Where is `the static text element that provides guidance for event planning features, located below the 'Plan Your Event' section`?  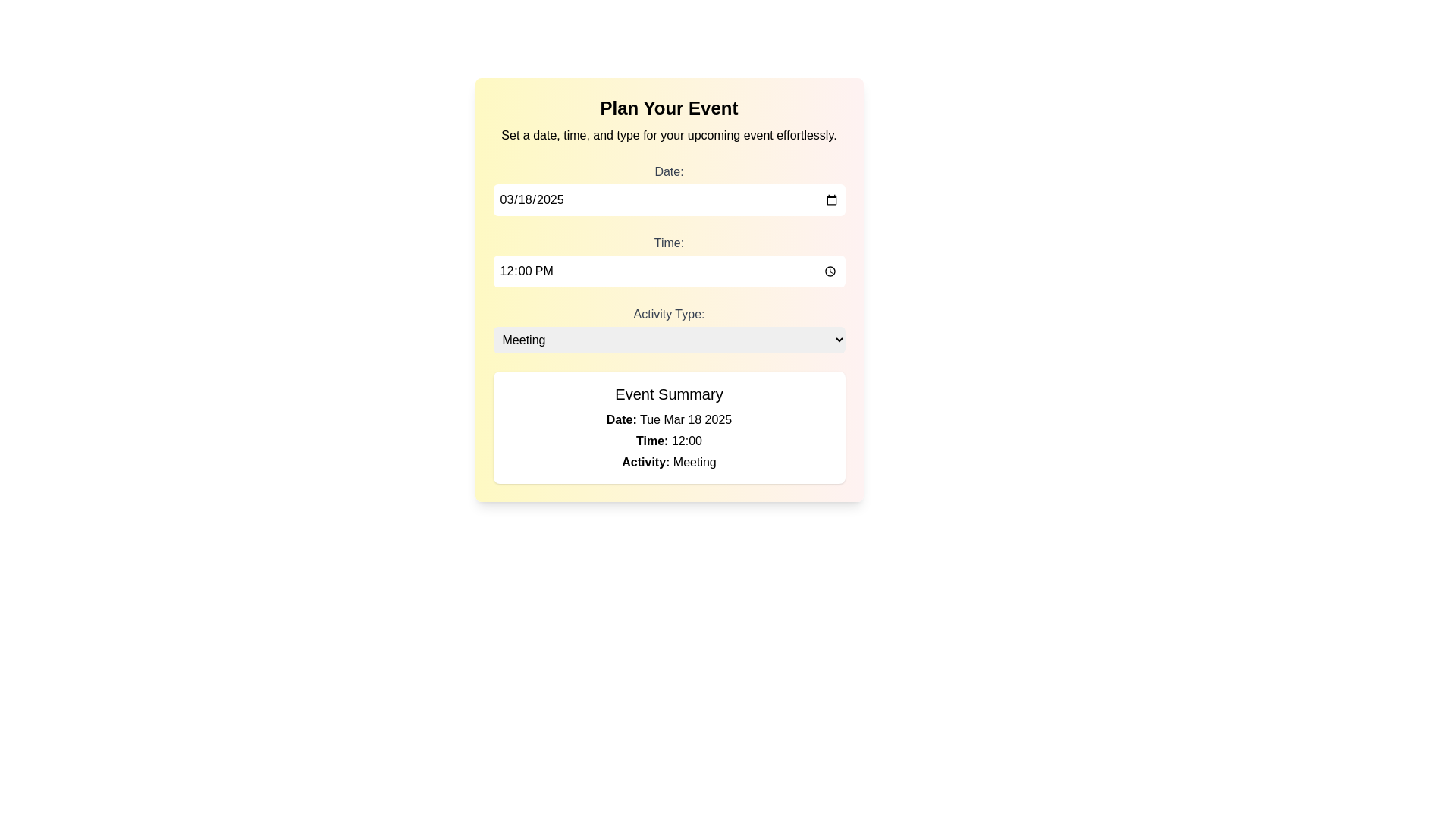 the static text element that provides guidance for event planning features, located below the 'Plan Your Event' section is located at coordinates (668, 134).